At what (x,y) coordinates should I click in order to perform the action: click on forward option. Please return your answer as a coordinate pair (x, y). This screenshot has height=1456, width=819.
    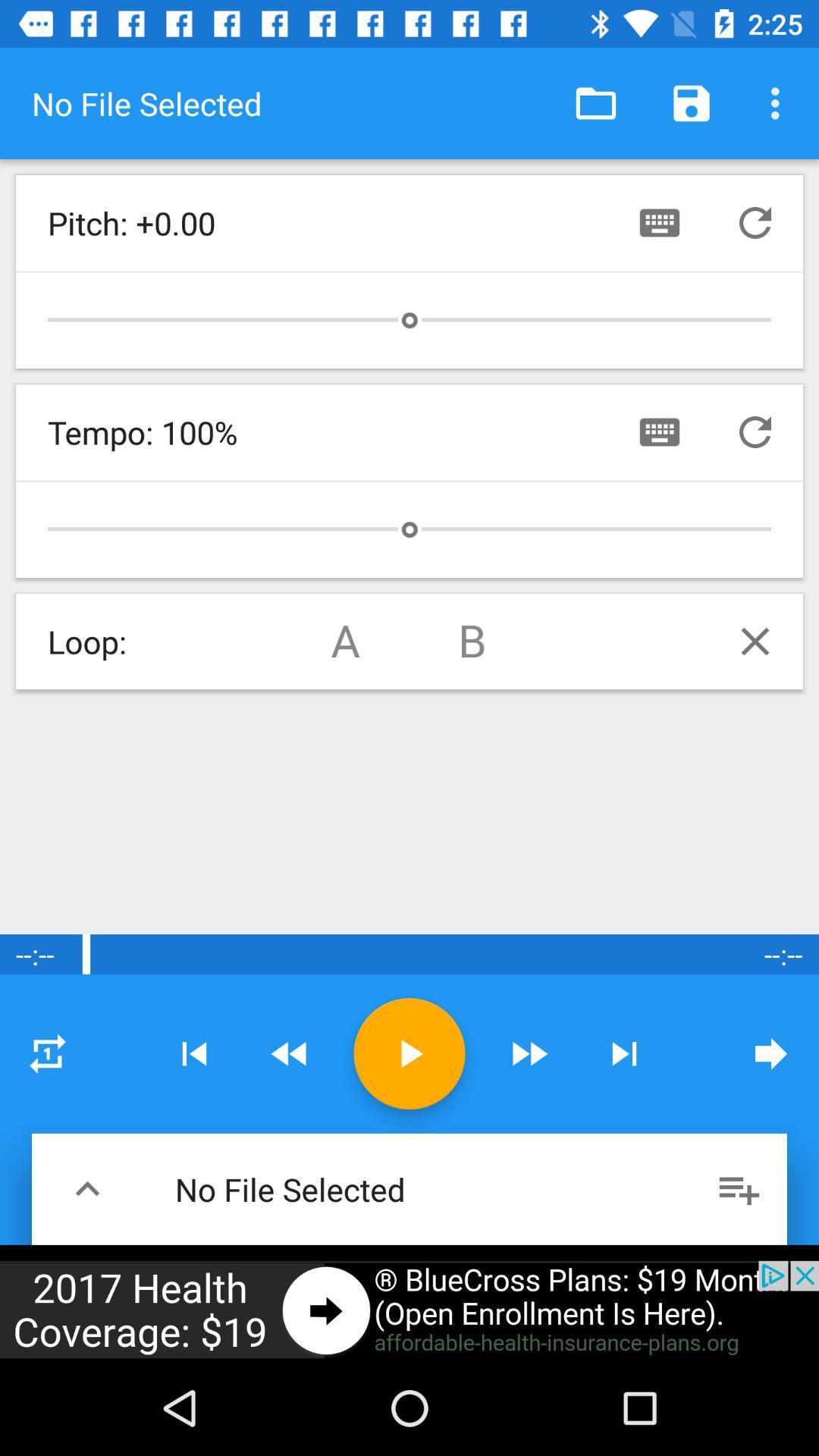
    Looking at the image, I should click on (528, 1053).